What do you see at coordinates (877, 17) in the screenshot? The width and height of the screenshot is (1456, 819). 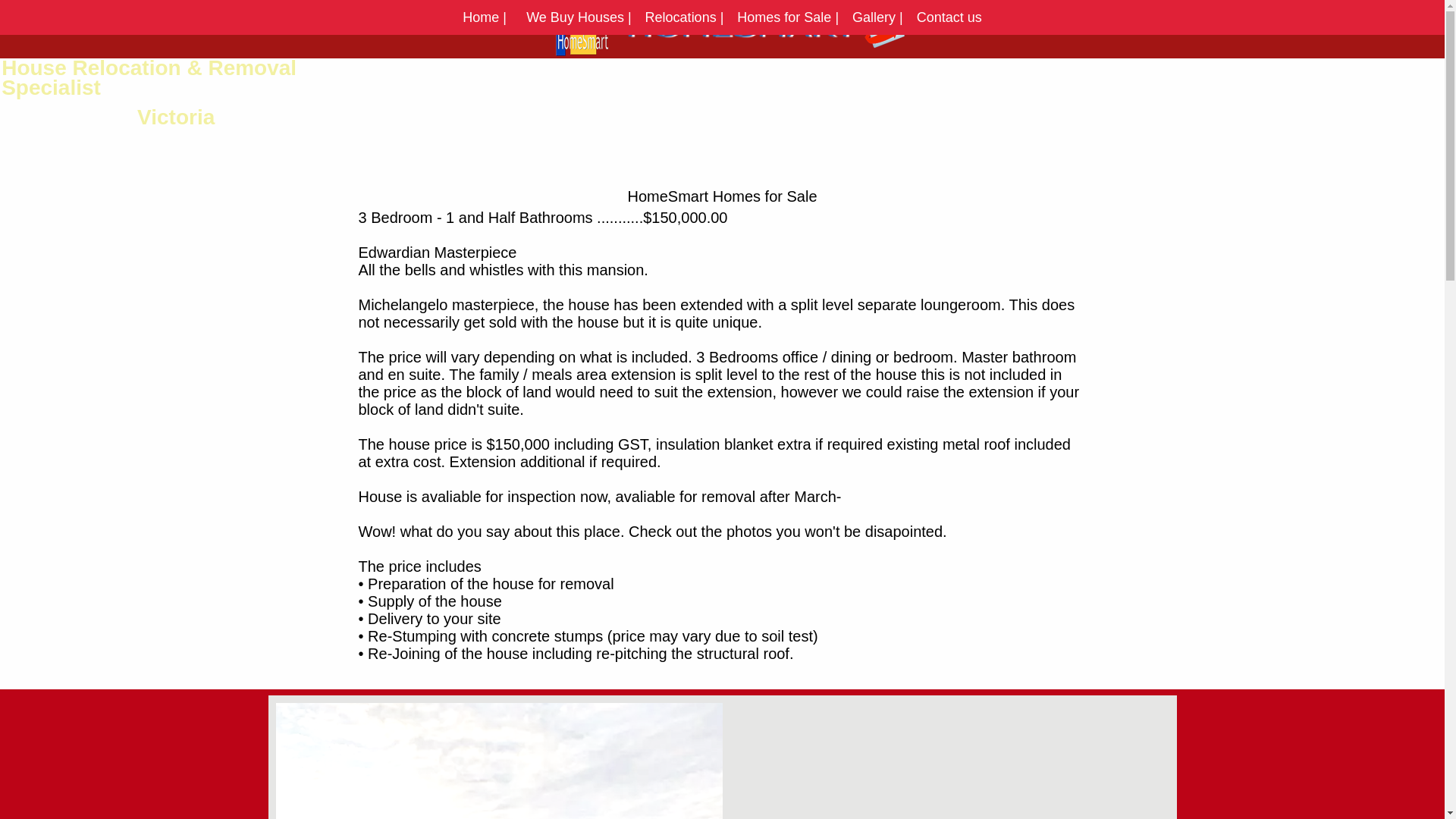 I see `'Gallery |'` at bounding box center [877, 17].